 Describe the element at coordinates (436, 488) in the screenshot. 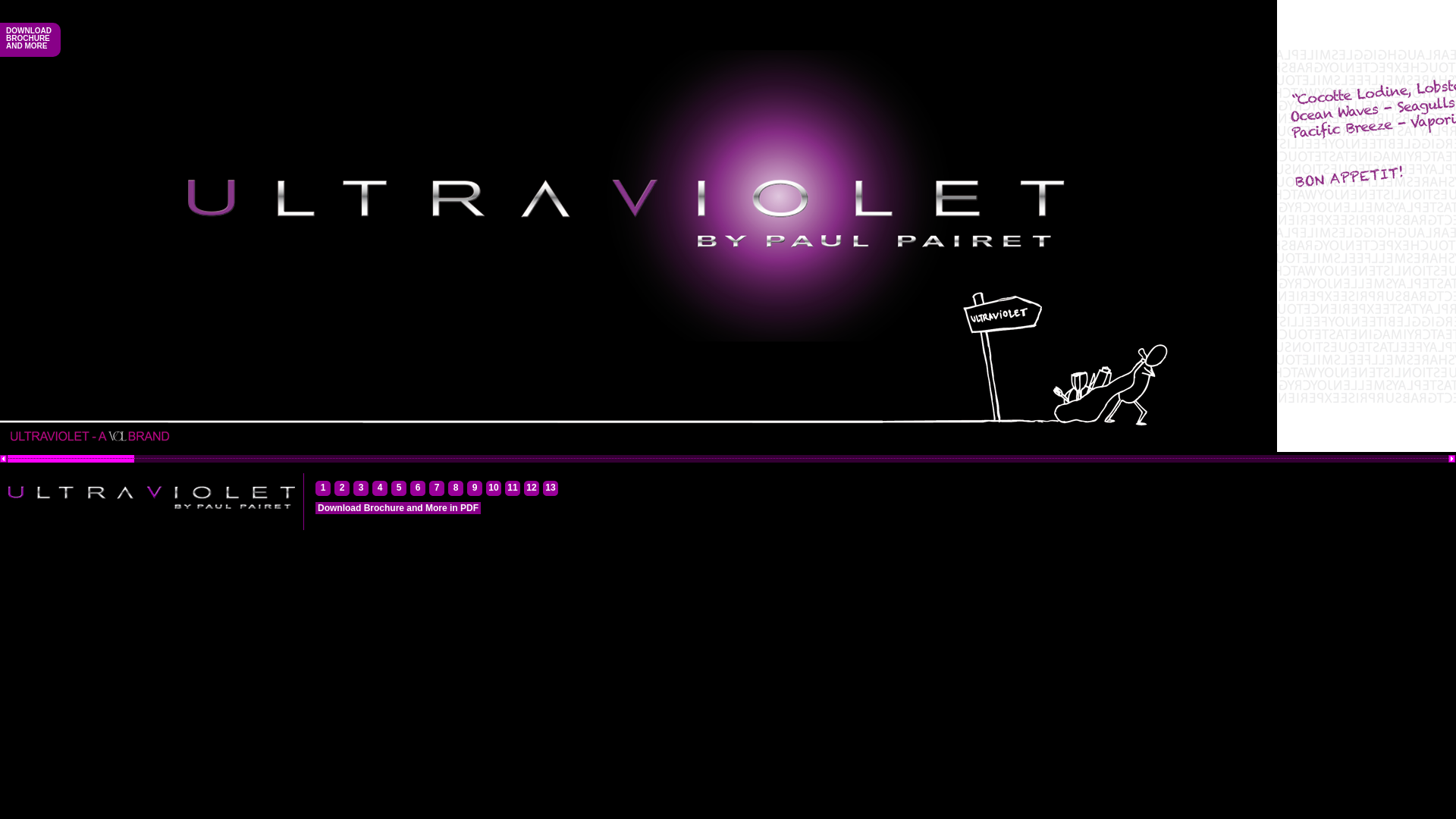

I see `'7'` at that location.